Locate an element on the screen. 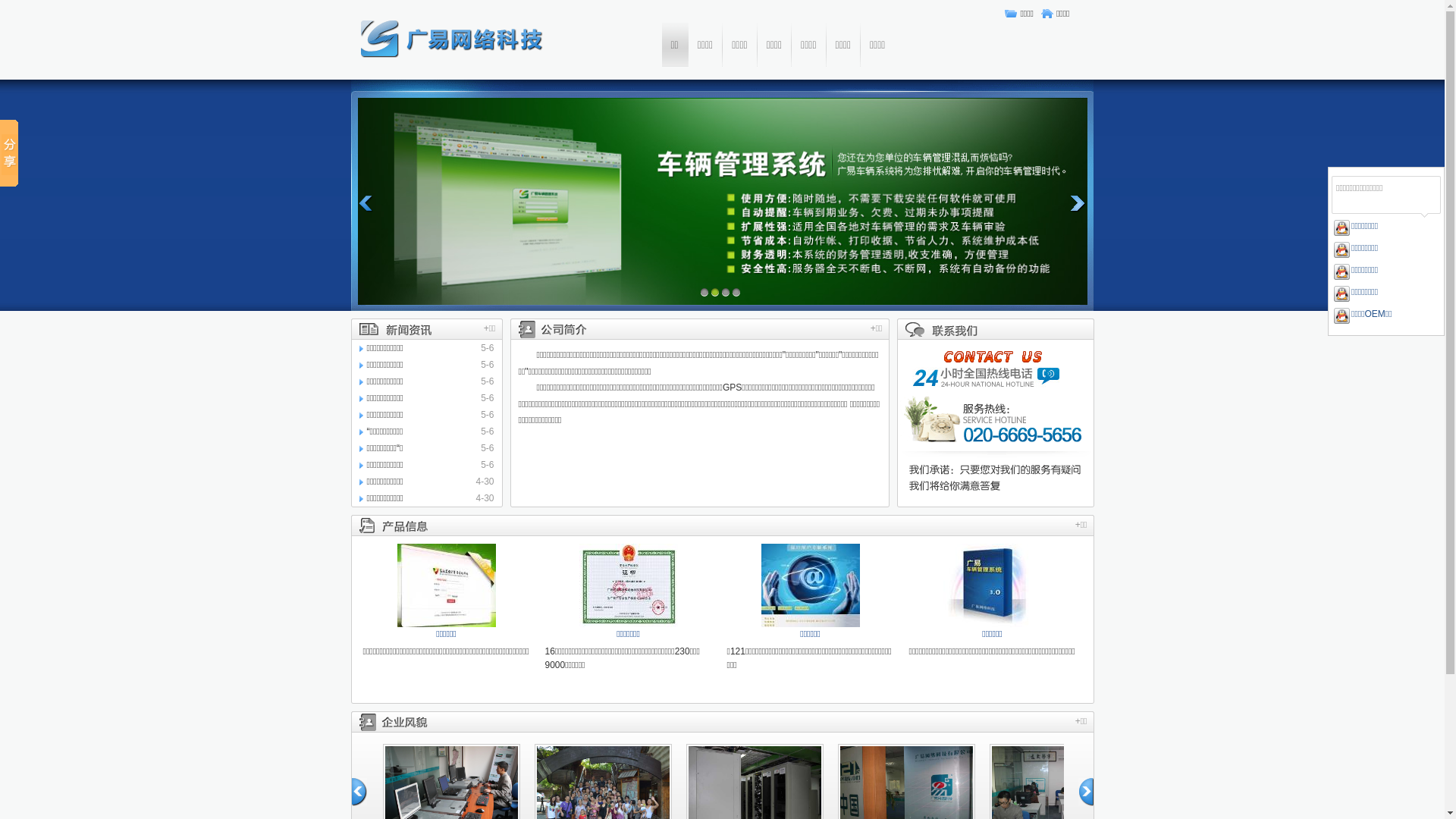 Image resolution: width=1456 pixels, height=819 pixels. '1' is located at coordinates (702, 292).